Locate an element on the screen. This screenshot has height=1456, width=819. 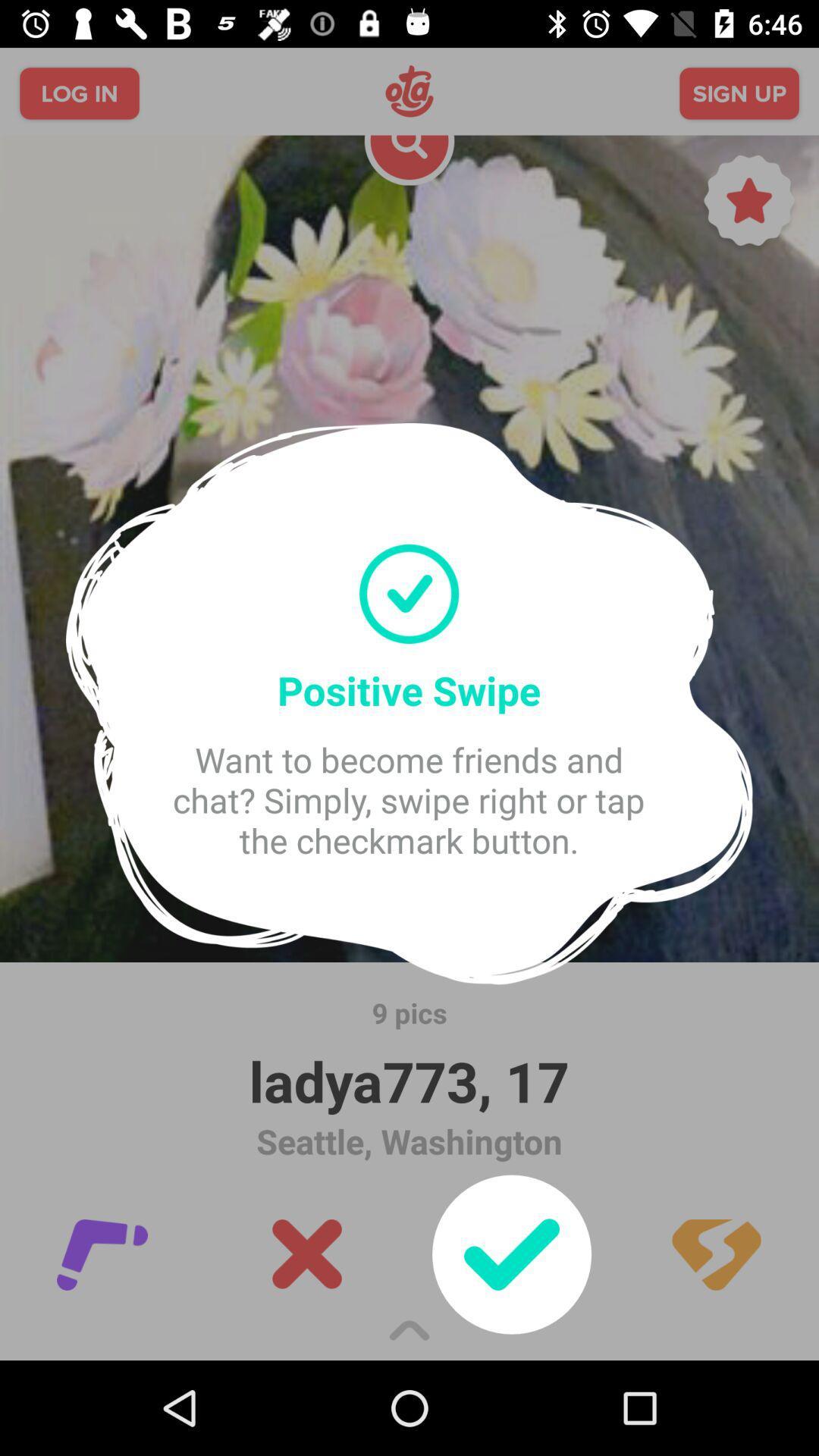
the close icon is located at coordinates (307, 1254).